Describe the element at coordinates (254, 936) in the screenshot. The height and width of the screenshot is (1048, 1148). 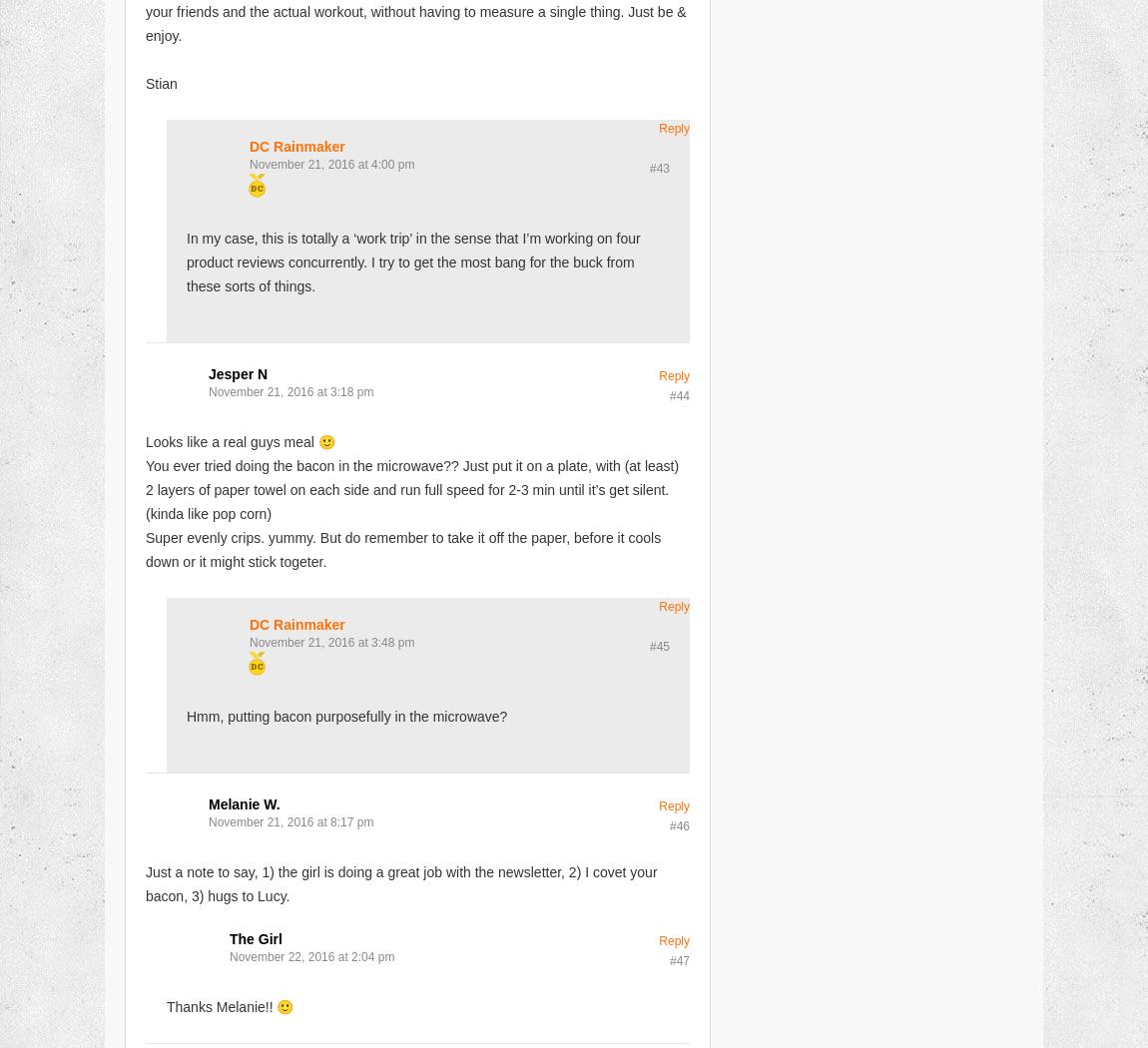
I see `'The Girl'` at that location.